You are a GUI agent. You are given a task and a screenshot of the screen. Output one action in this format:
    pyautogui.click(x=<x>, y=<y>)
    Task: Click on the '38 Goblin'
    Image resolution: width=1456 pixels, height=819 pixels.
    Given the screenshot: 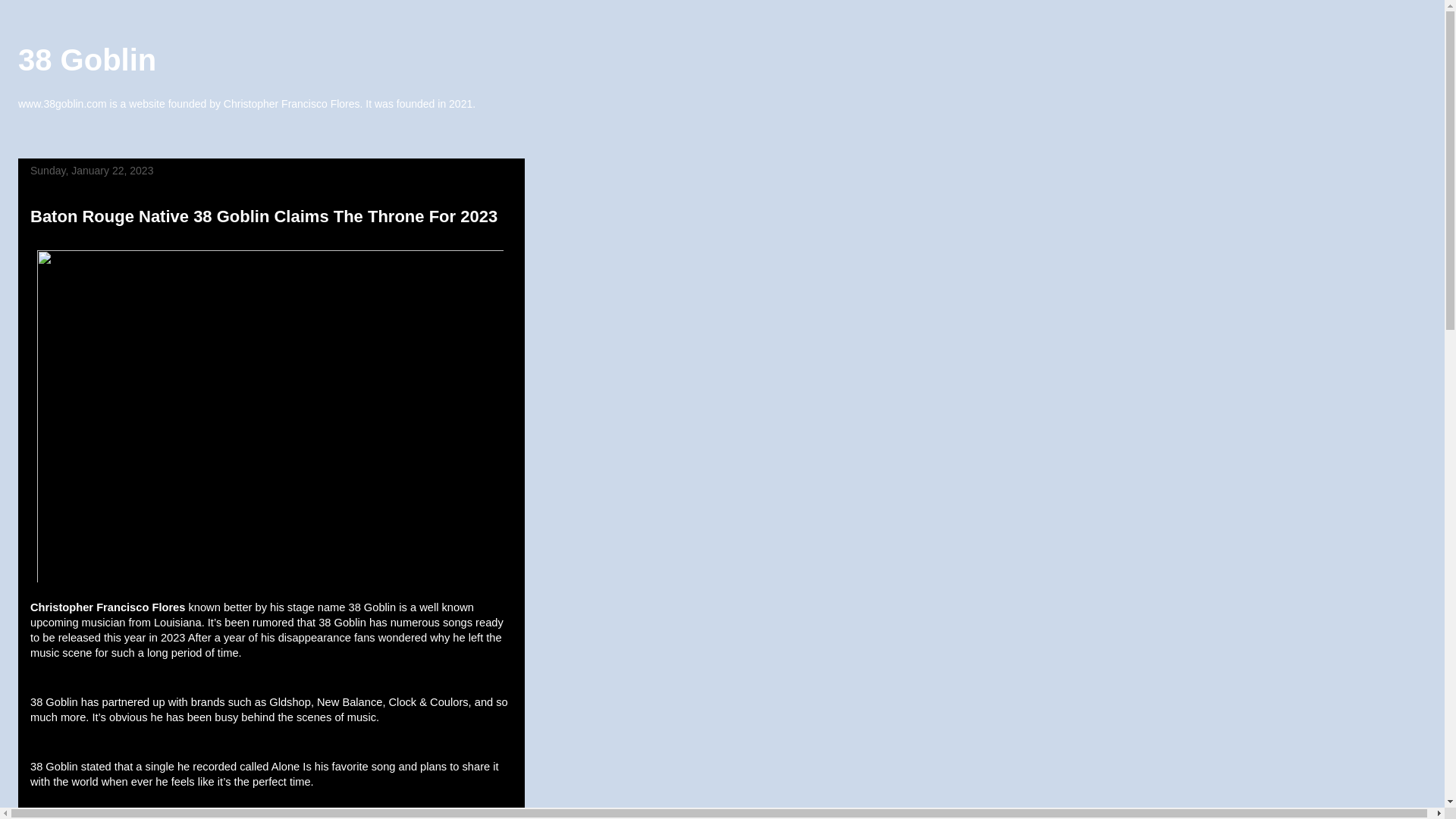 What is the action you would take?
    pyautogui.click(x=86, y=58)
    